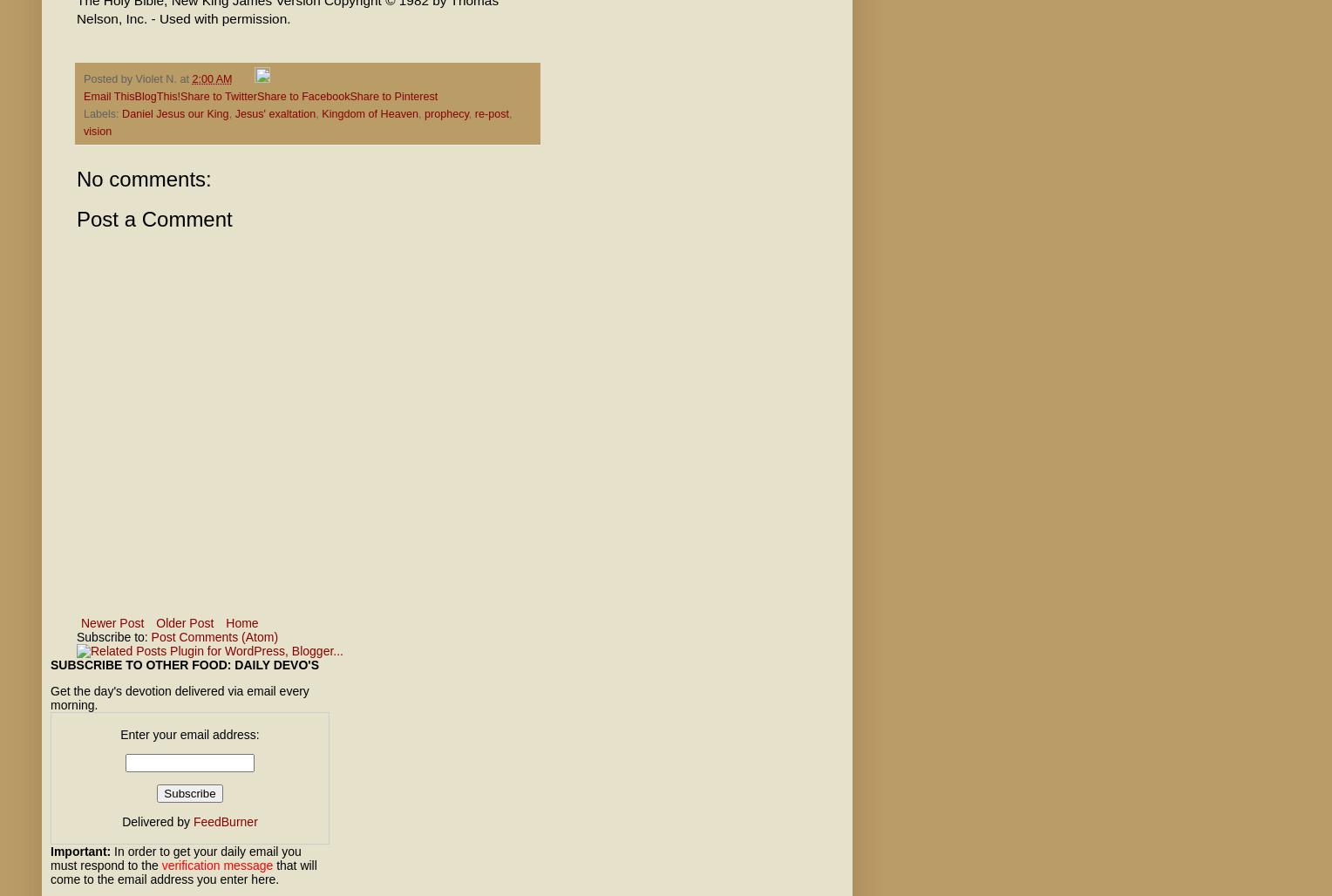 This screenshot has width=1332, height=896. What do you see at coordinates (234, 113) in the screenshot?
I see `'Jesus' exaltation'` at bounding box center [234, 113].